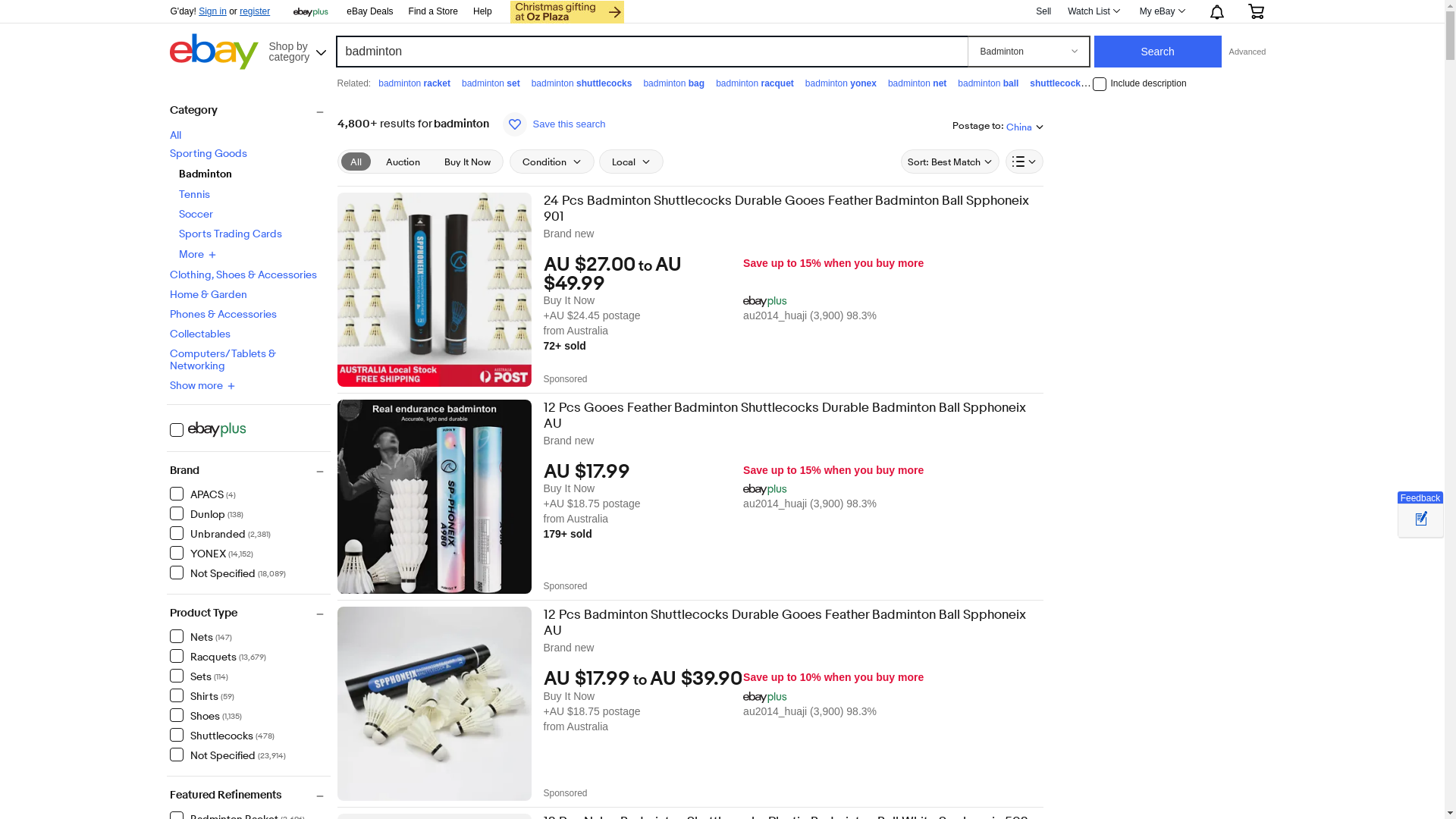 Image resolution: width=1456 pixels, height=819 pixels. I want to click on 'Racquets, so click(217, 654).